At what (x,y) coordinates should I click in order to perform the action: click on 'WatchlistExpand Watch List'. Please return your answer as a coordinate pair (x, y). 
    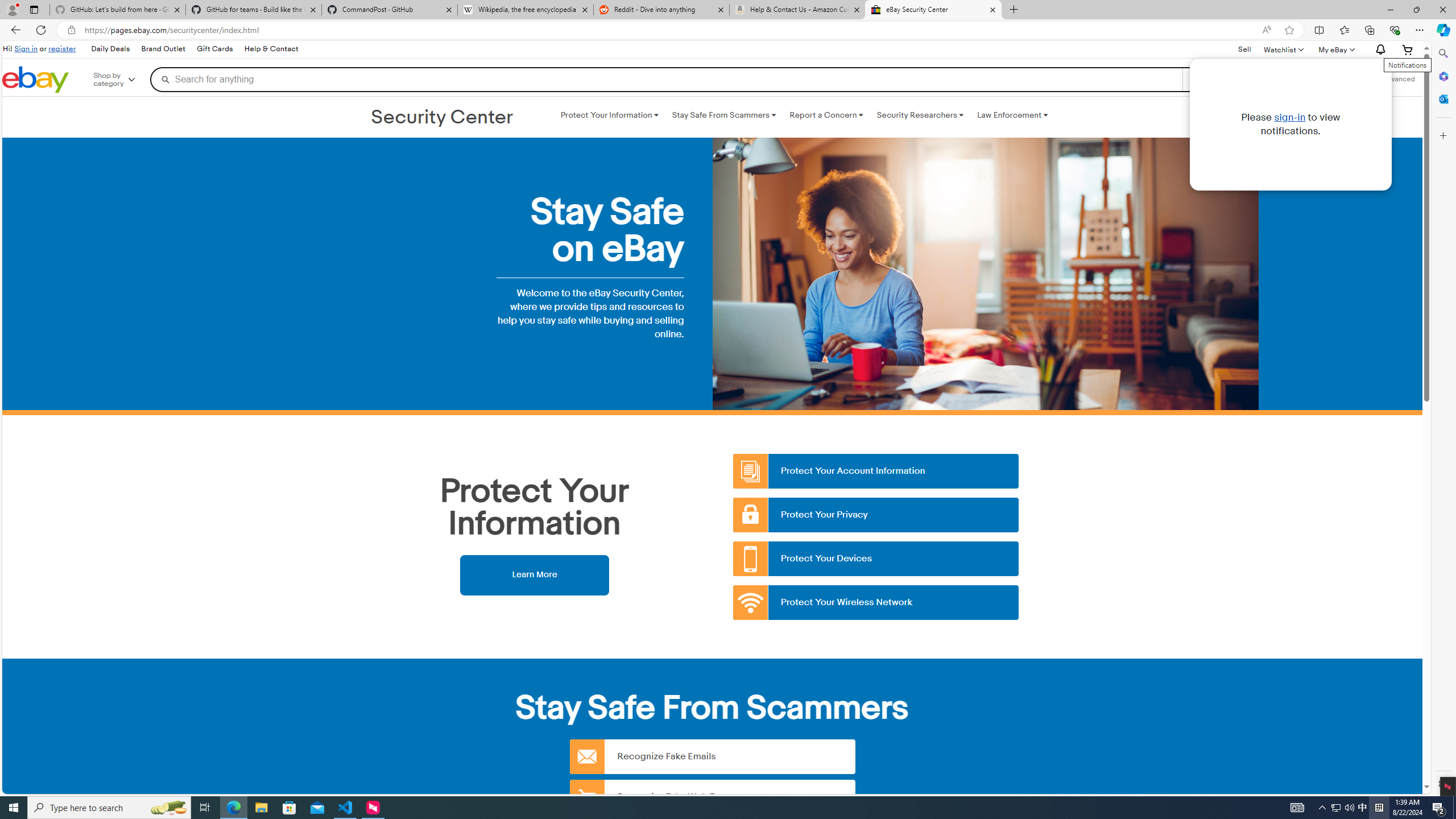
    Looking at the image, I should click on (1283, 49).